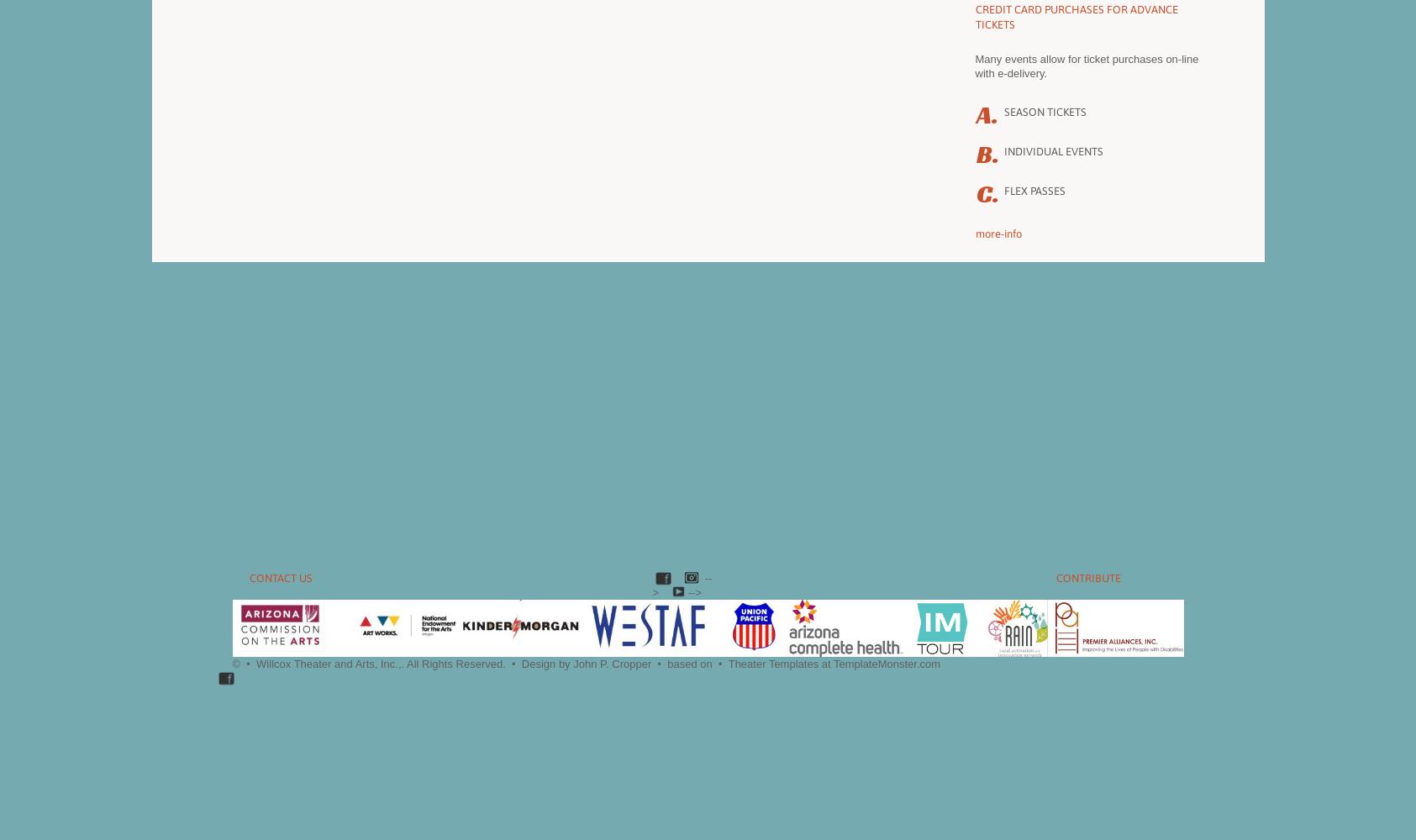 Image resolution: width=1416 pixels, height=840 pixels. I want to click on 'Credit card purchases for advance tickets', so click(1076, 17).